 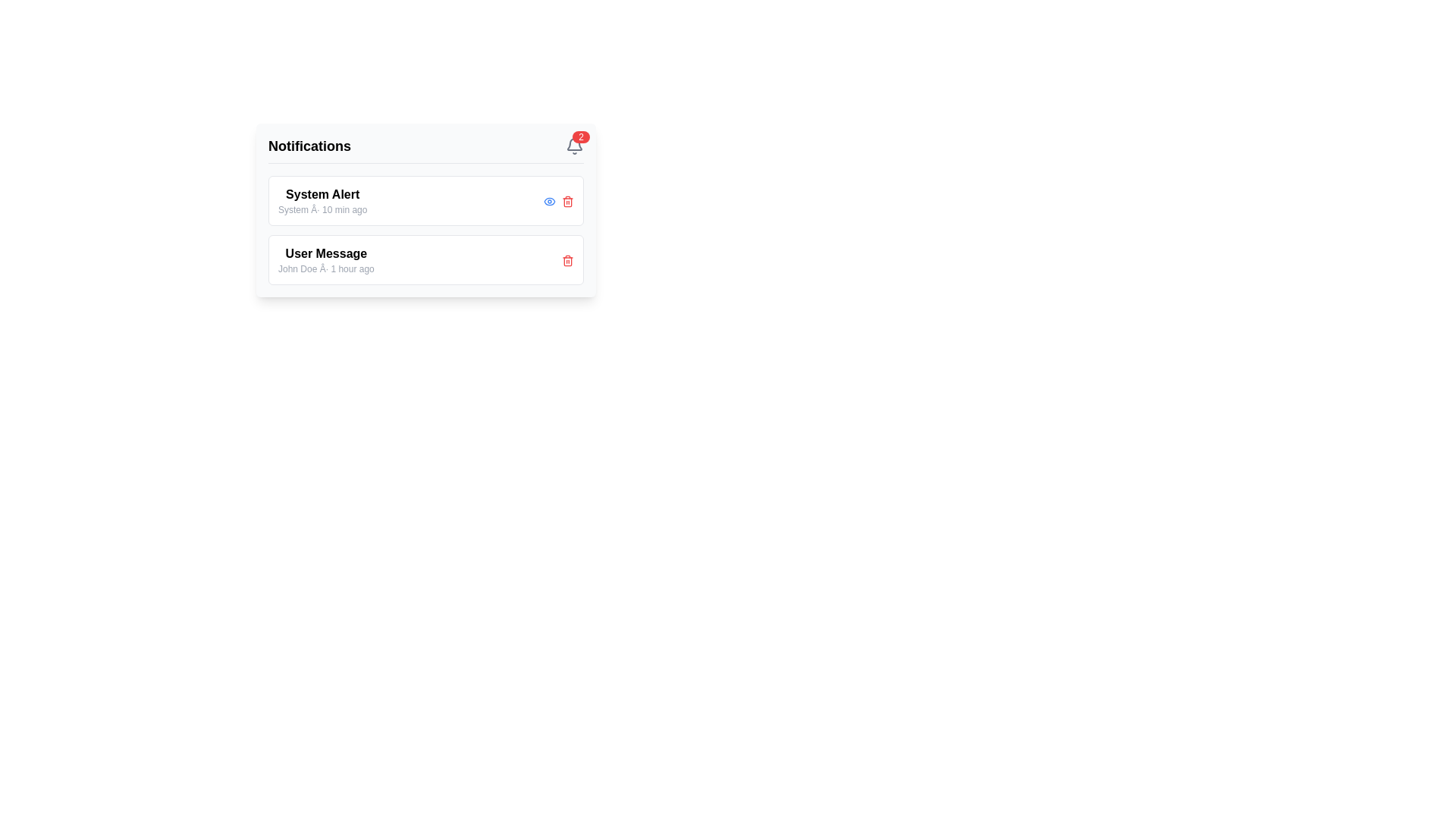 What do you see at coordinates (322, 200) in the screenshot?
I see `text from the 'System Alert' notification header located in the first notification card at the specified coordinates` at bounding box center [322, 200].